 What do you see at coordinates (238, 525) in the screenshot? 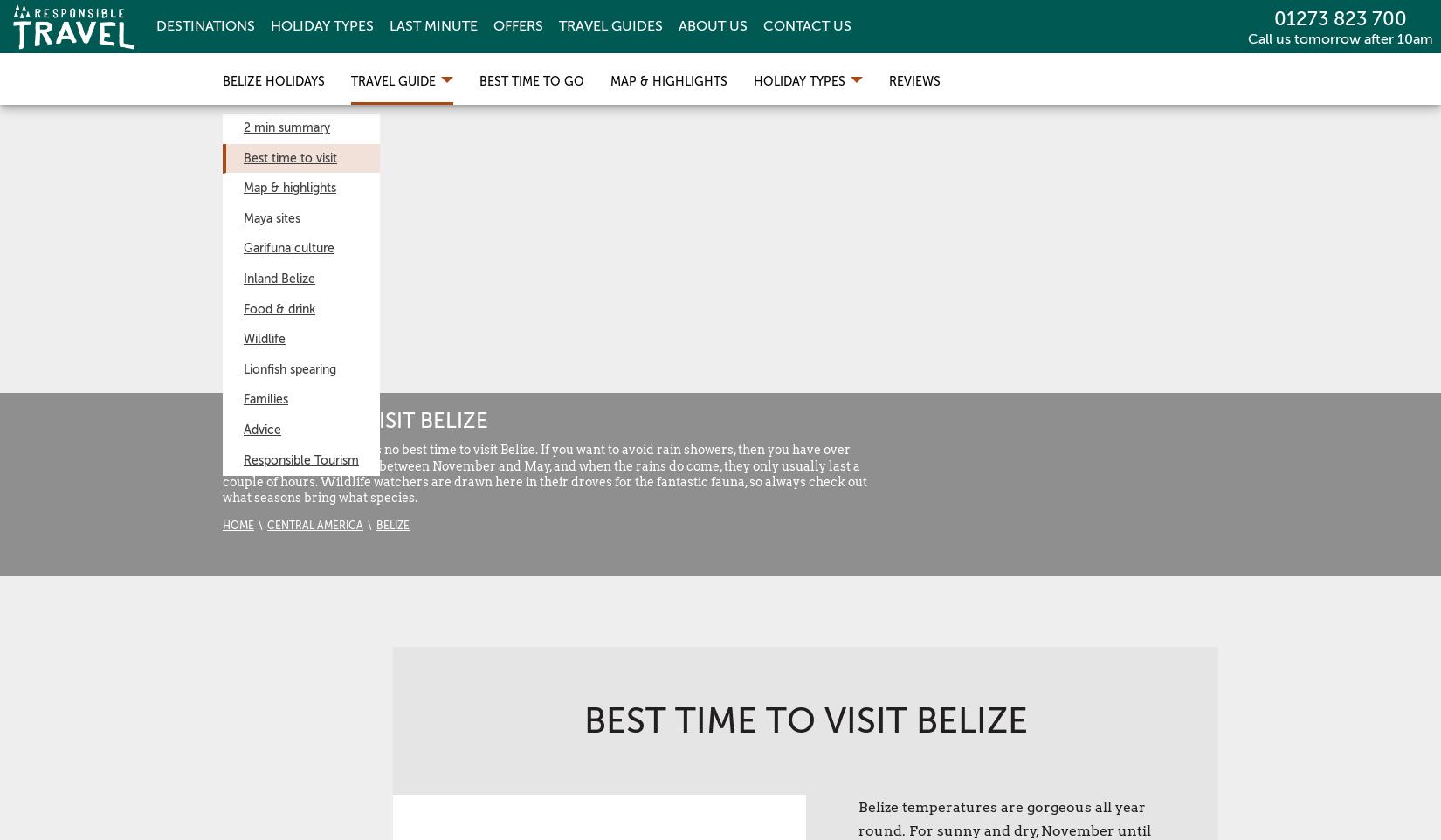
I see `'Home'` at bounding box center [238, 525].